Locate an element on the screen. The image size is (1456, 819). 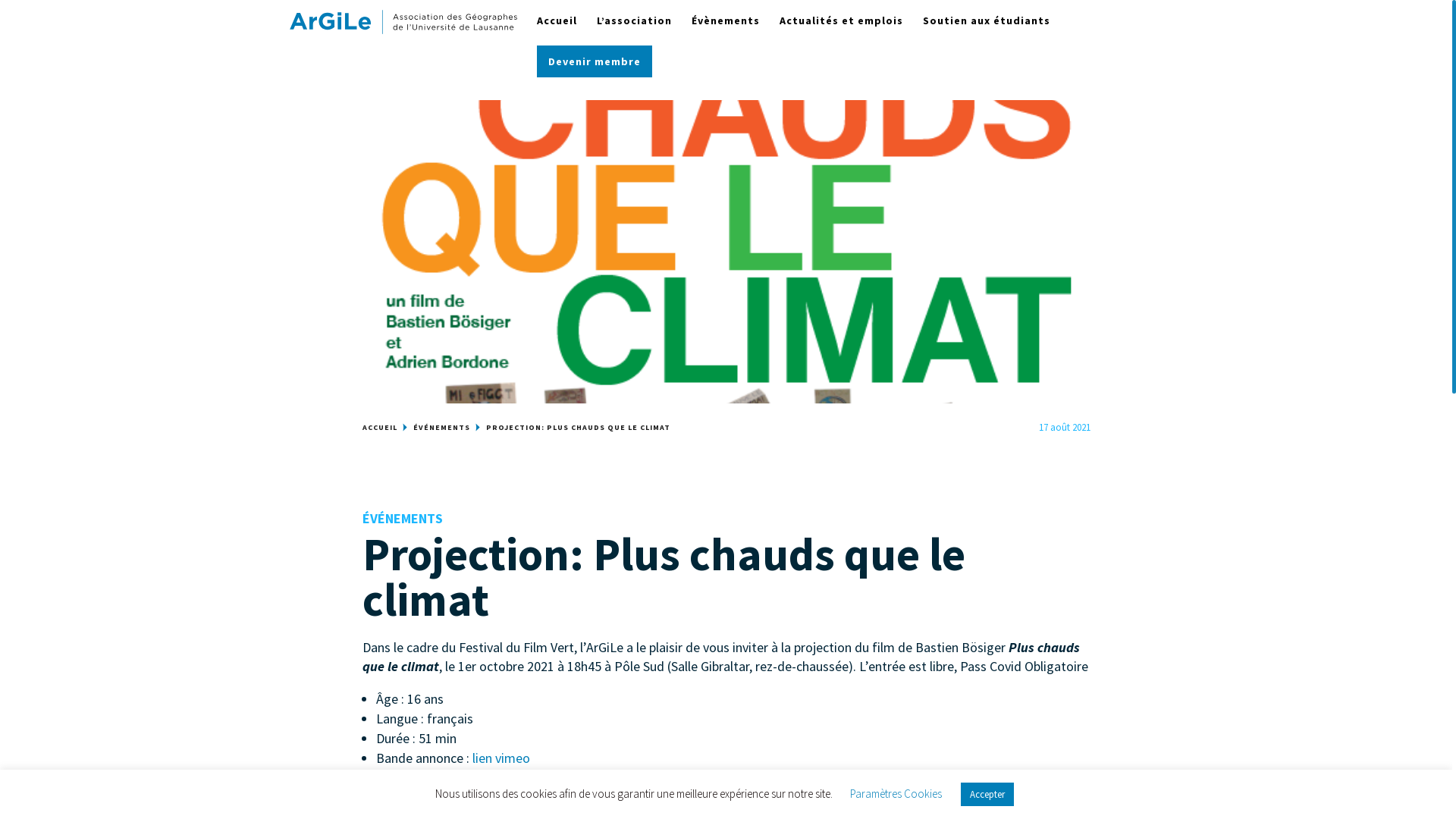
'lien vimeo' is located at coordinates (500, 758).